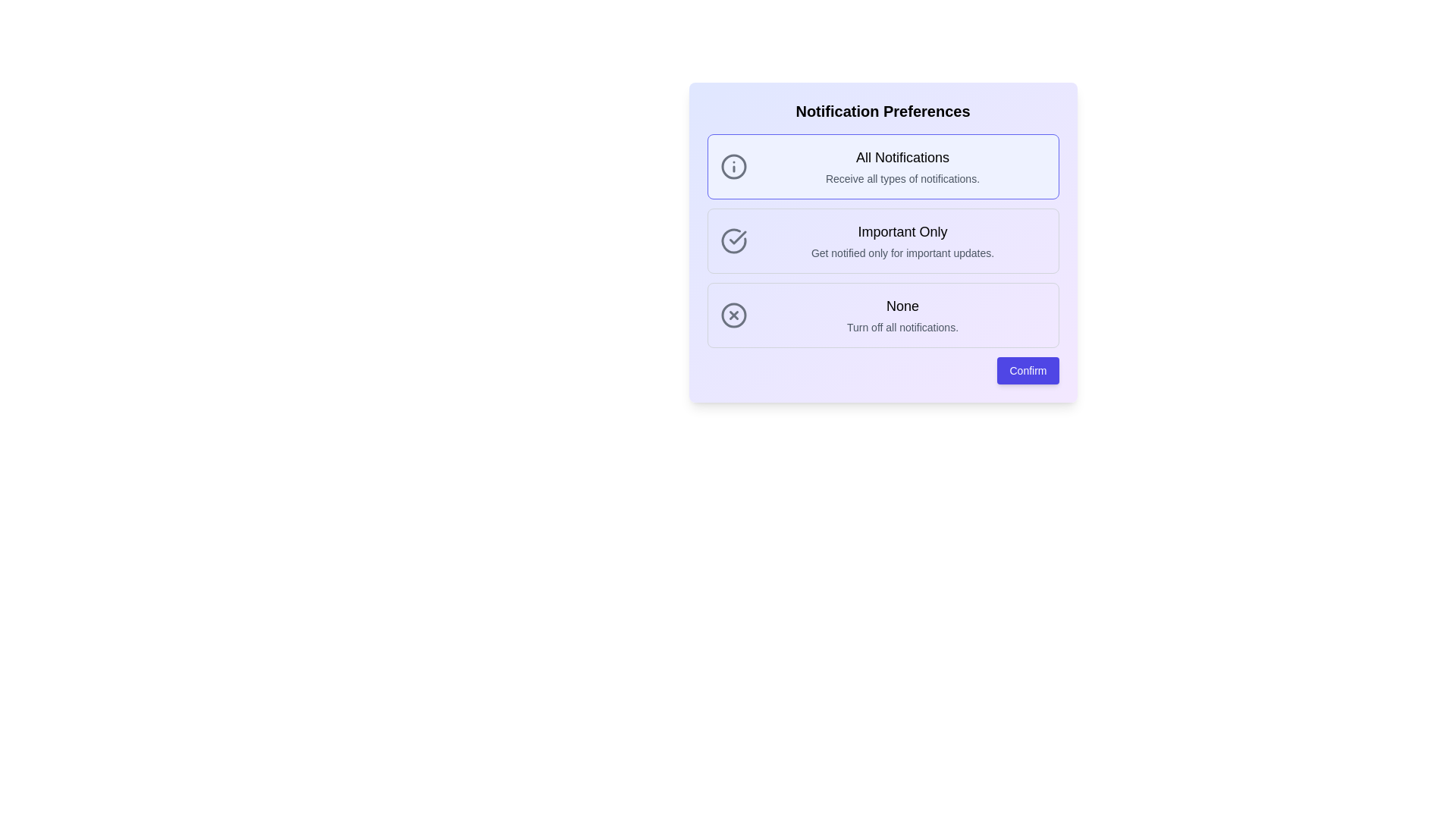 The height and width of the screenshot is (819, 1456). Describe the element at coordinates (902, 253) in the screenshot. I see `the static text label displaying 'Get notified only for important updates.' which is located underneath the title 'Important Only' in the notification preferences menu` at that location.